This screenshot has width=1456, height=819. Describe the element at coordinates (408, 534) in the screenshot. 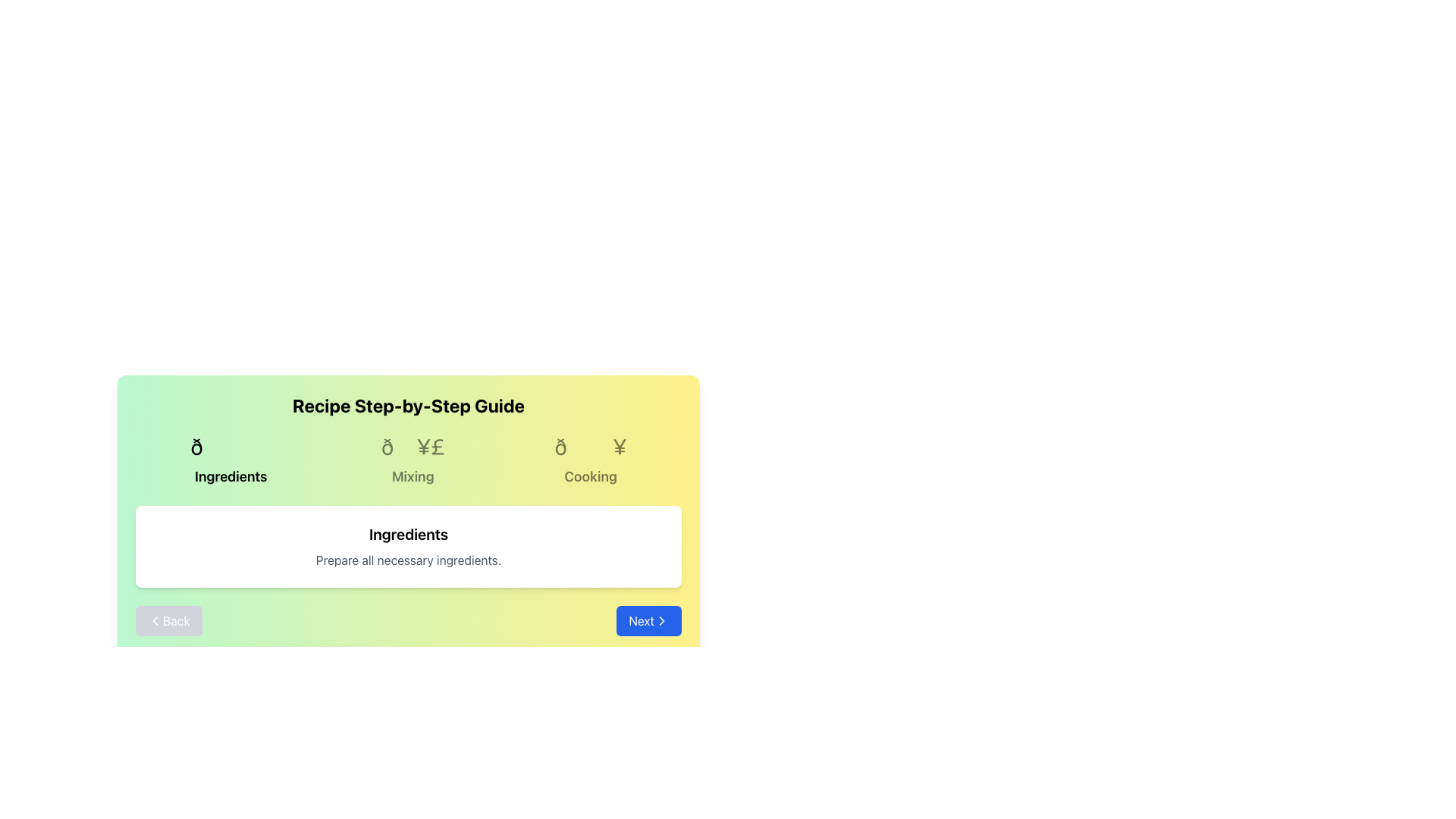

I see `Text Label that serves as the heading or title for the content related to instructions on ingredients, located above the text 'Prepare all necessary ingredients.'` at that location.